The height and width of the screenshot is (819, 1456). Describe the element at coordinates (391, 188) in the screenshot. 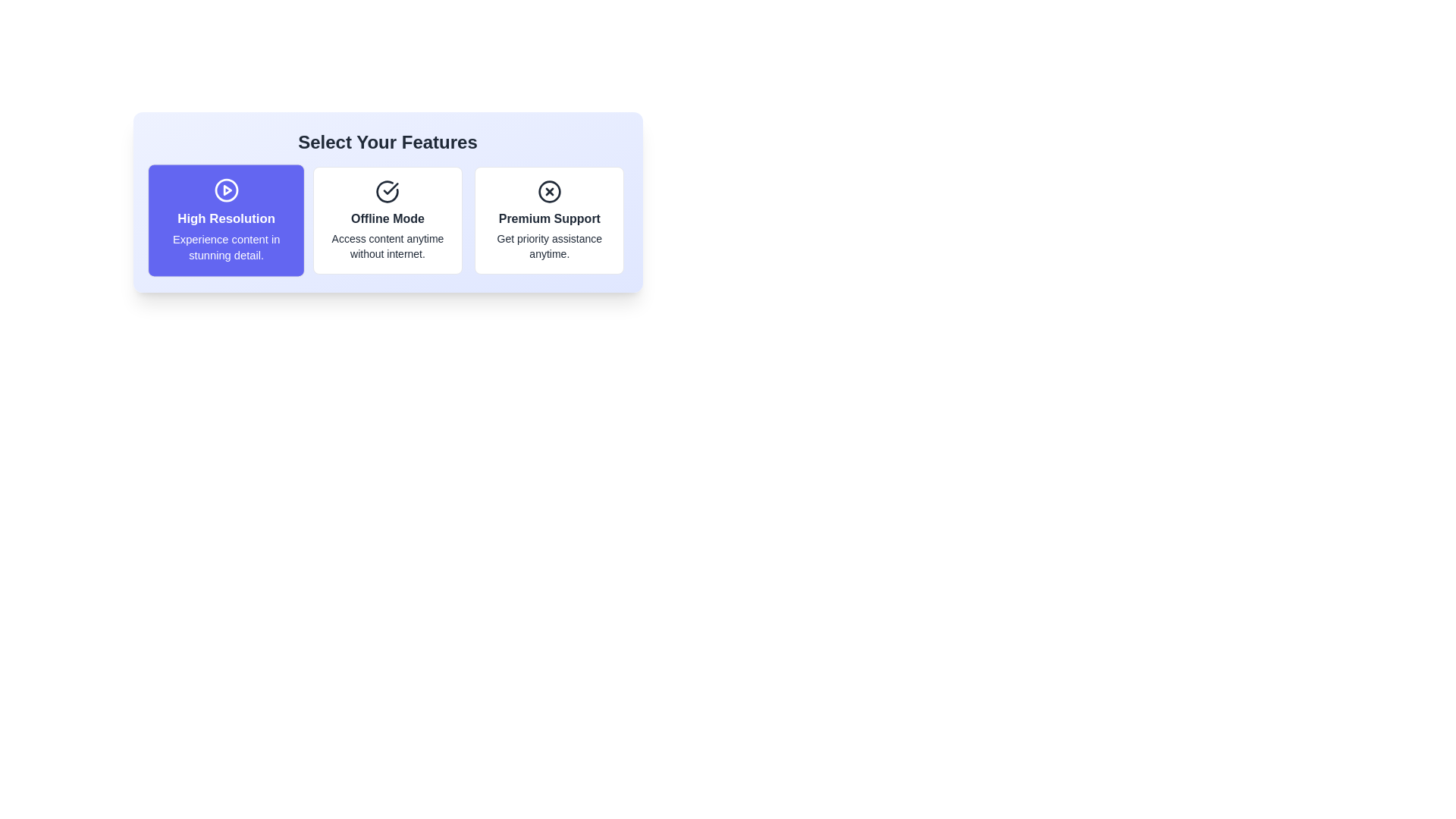

I see `the checkmark icon indicating confirmation within the 'Offline Mode' card, which is the second card in a row of three cards` at that location.